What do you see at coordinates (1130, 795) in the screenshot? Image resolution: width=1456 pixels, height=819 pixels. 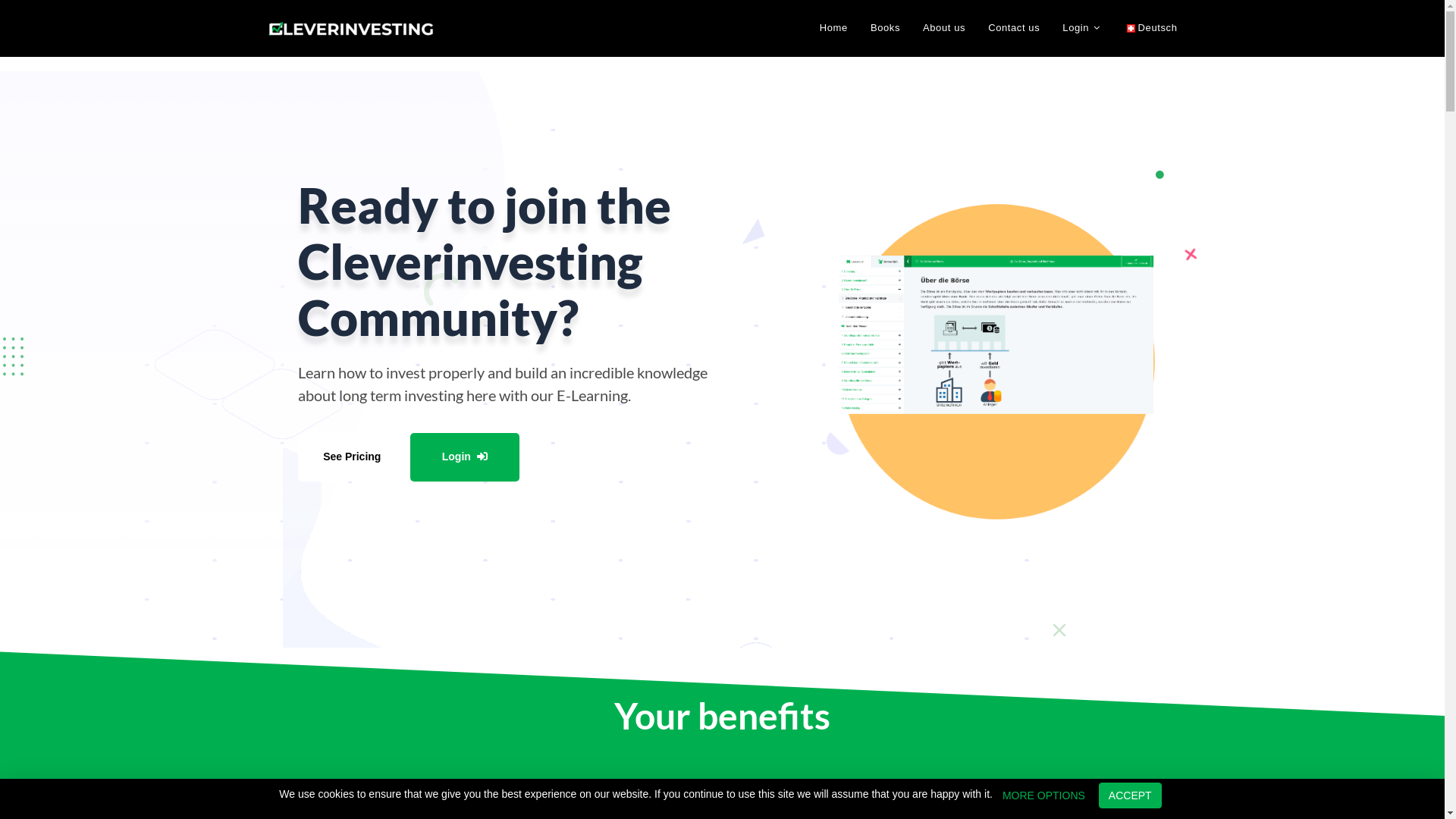 I see `'ACCEPT'` at bounding box center [1130, 795].